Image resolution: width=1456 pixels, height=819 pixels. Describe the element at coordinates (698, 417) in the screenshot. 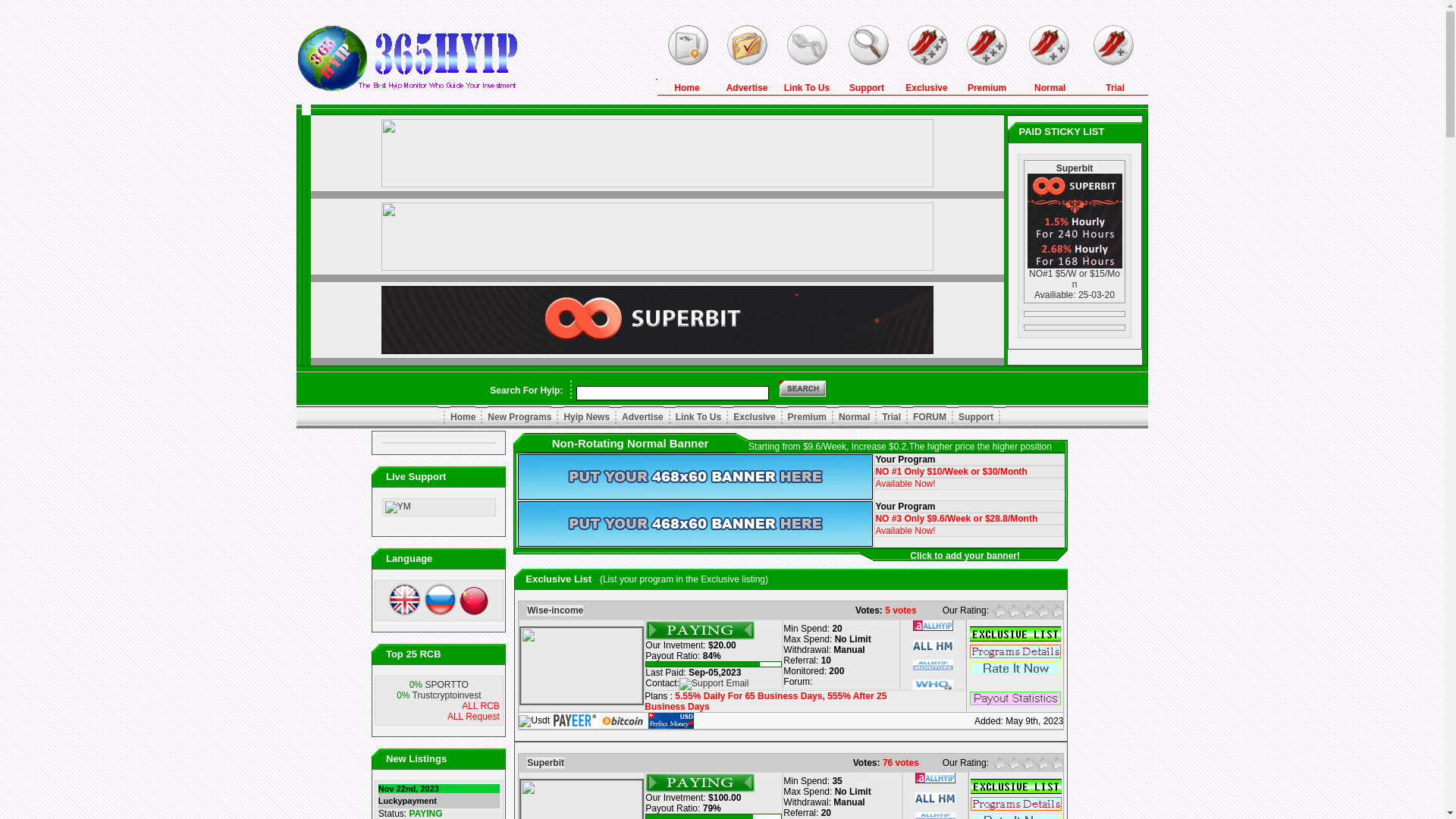

I see `'Link To Us'` at that location.